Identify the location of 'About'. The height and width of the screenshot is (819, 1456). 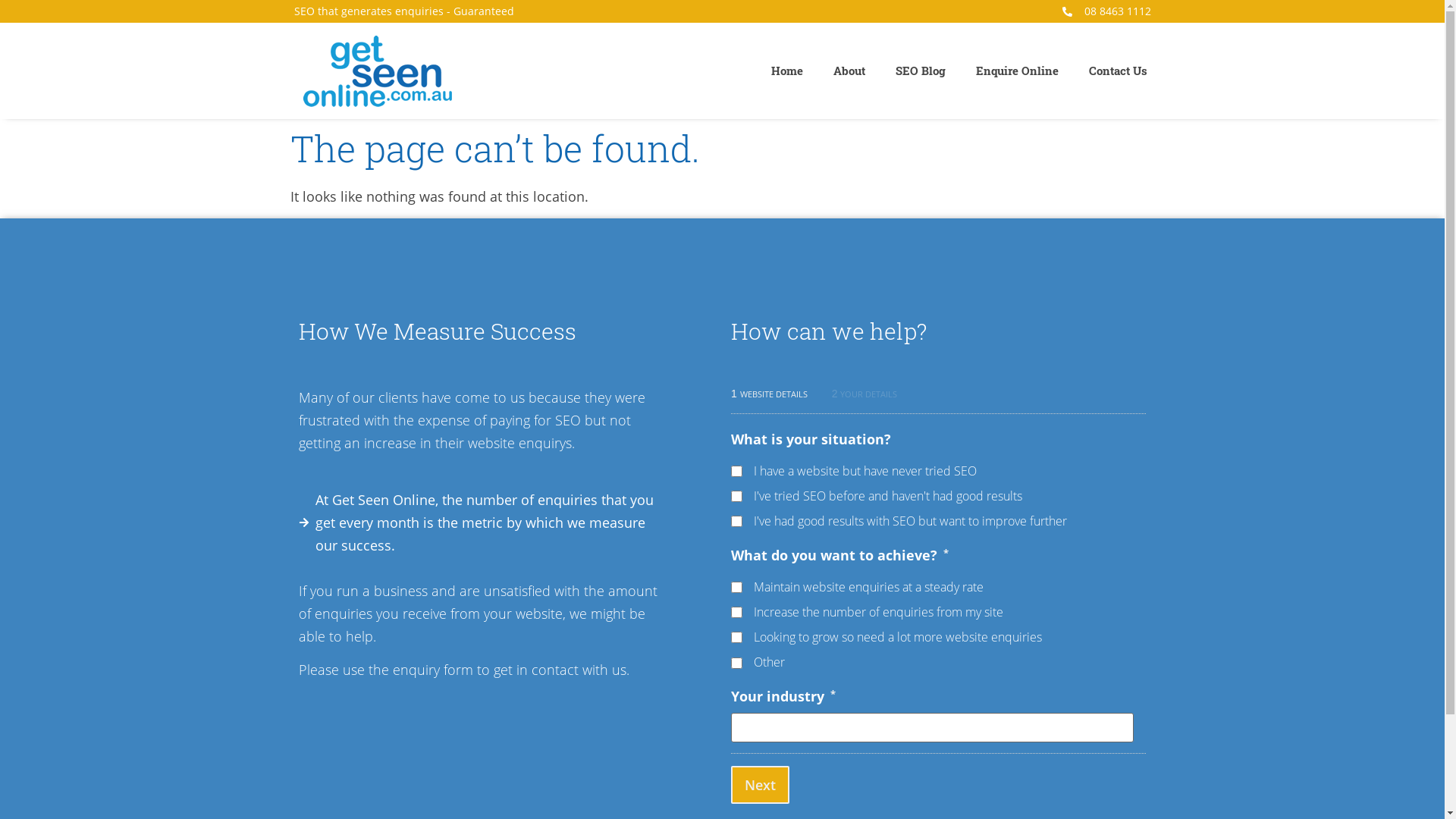
(847, 71).